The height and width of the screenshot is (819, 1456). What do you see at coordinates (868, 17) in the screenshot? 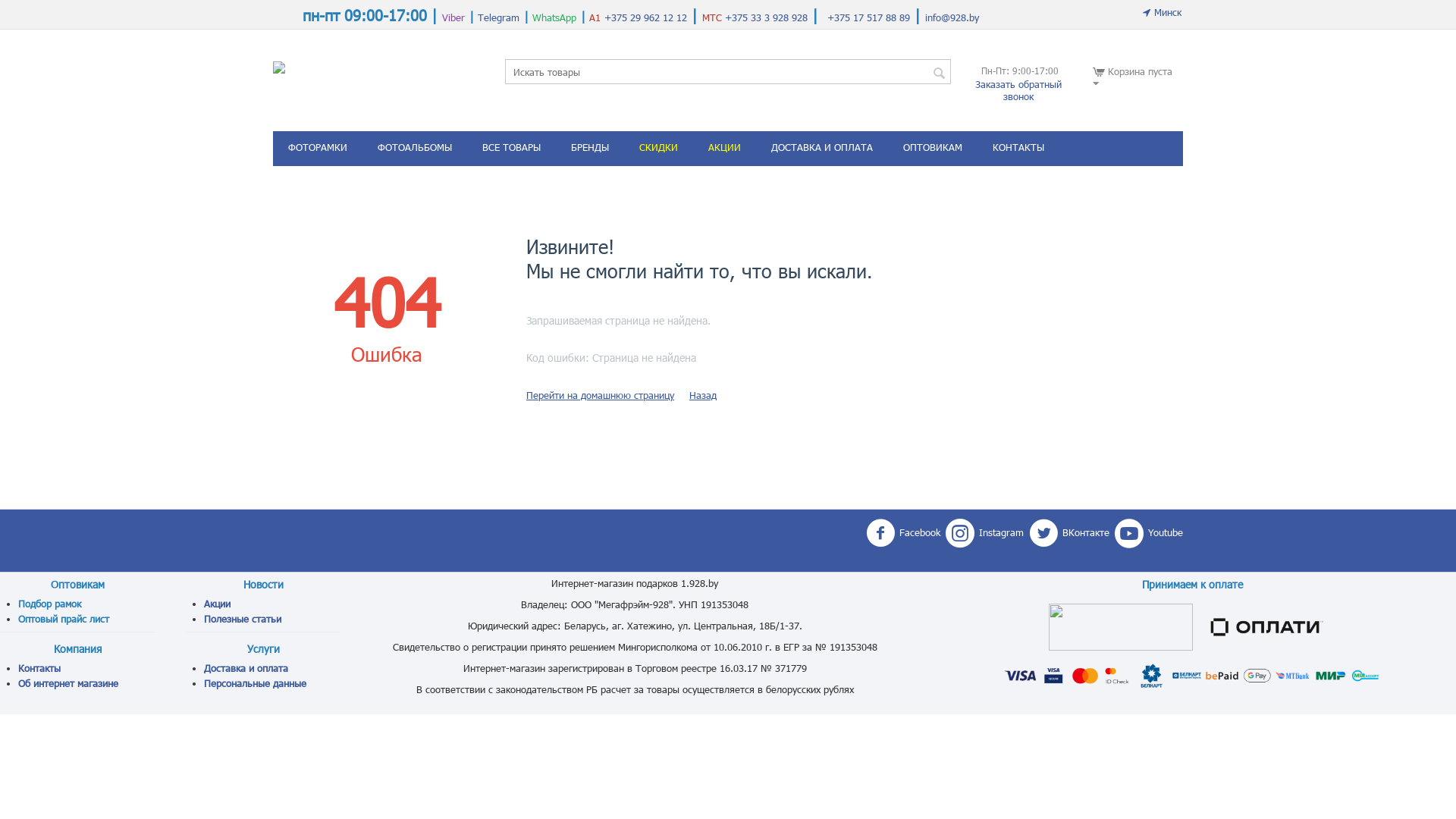
I see `'+375 17 517 88 89'` at bounding box center [868, 17].